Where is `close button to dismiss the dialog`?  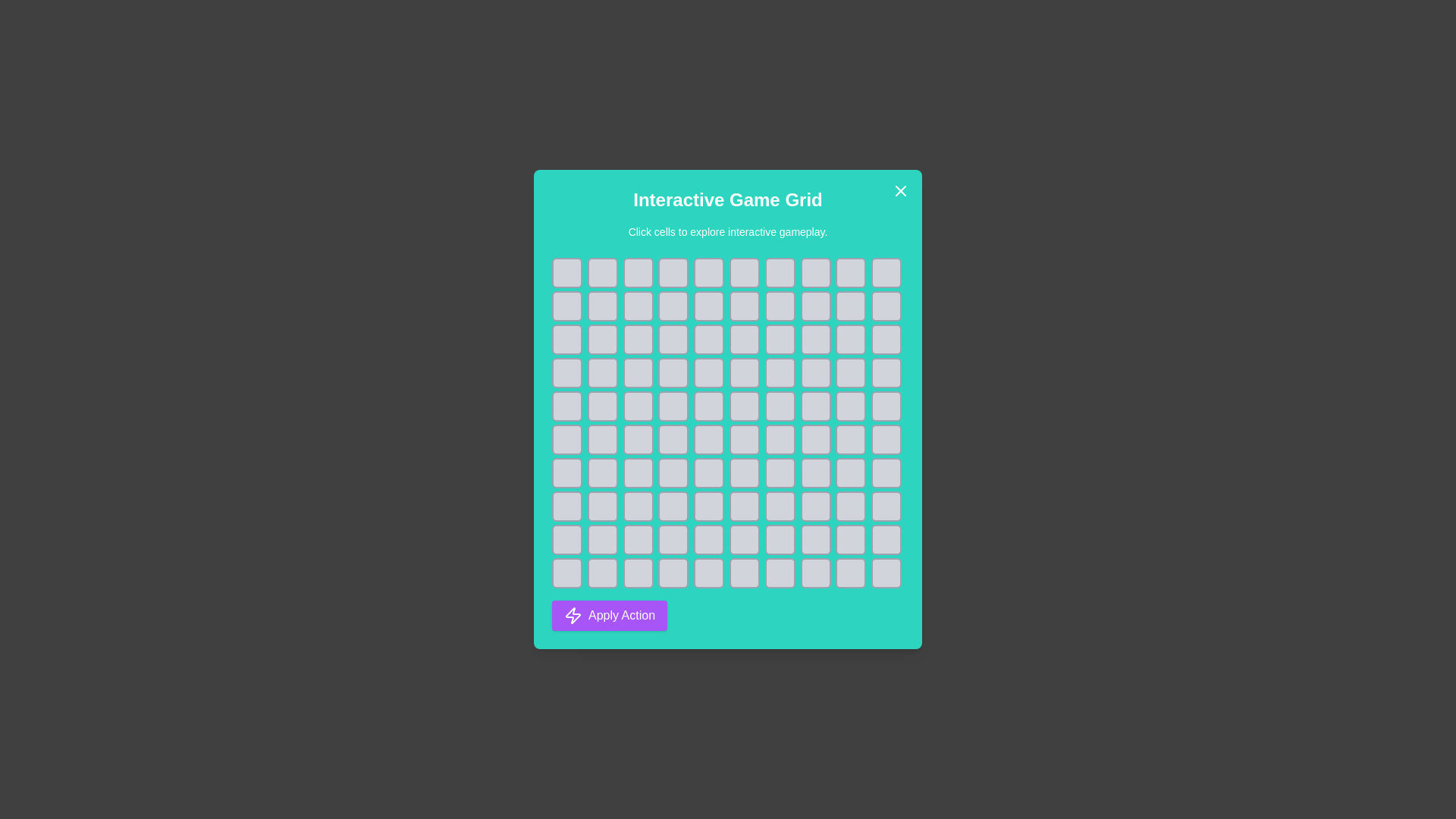 close button to dismiss the dialog is located at coordinates (901, 190).